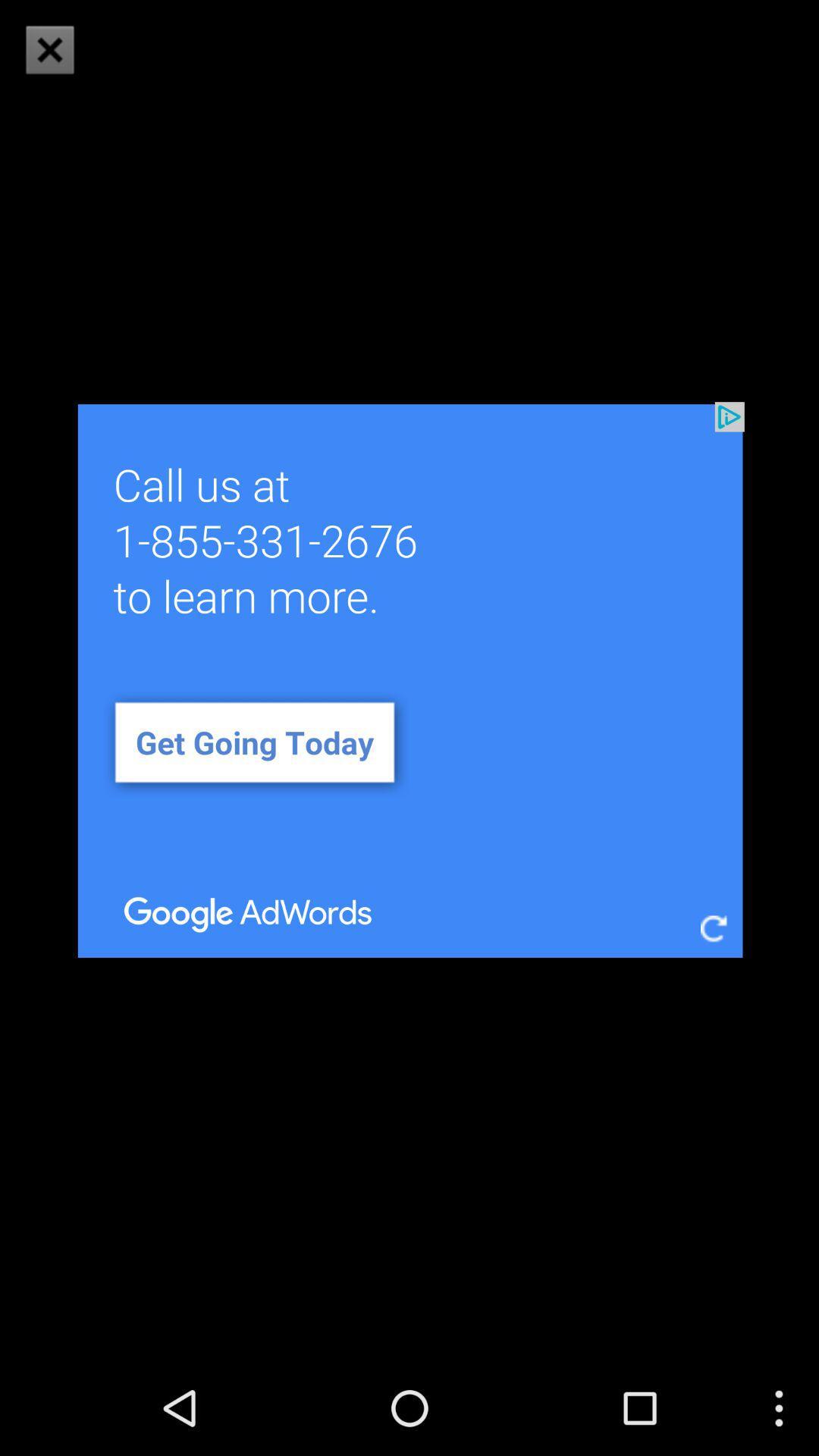 The image size is (819, 1456). Describe the element at coordinates (49, 53) in the screenshot. I see `the close icon` at that location.